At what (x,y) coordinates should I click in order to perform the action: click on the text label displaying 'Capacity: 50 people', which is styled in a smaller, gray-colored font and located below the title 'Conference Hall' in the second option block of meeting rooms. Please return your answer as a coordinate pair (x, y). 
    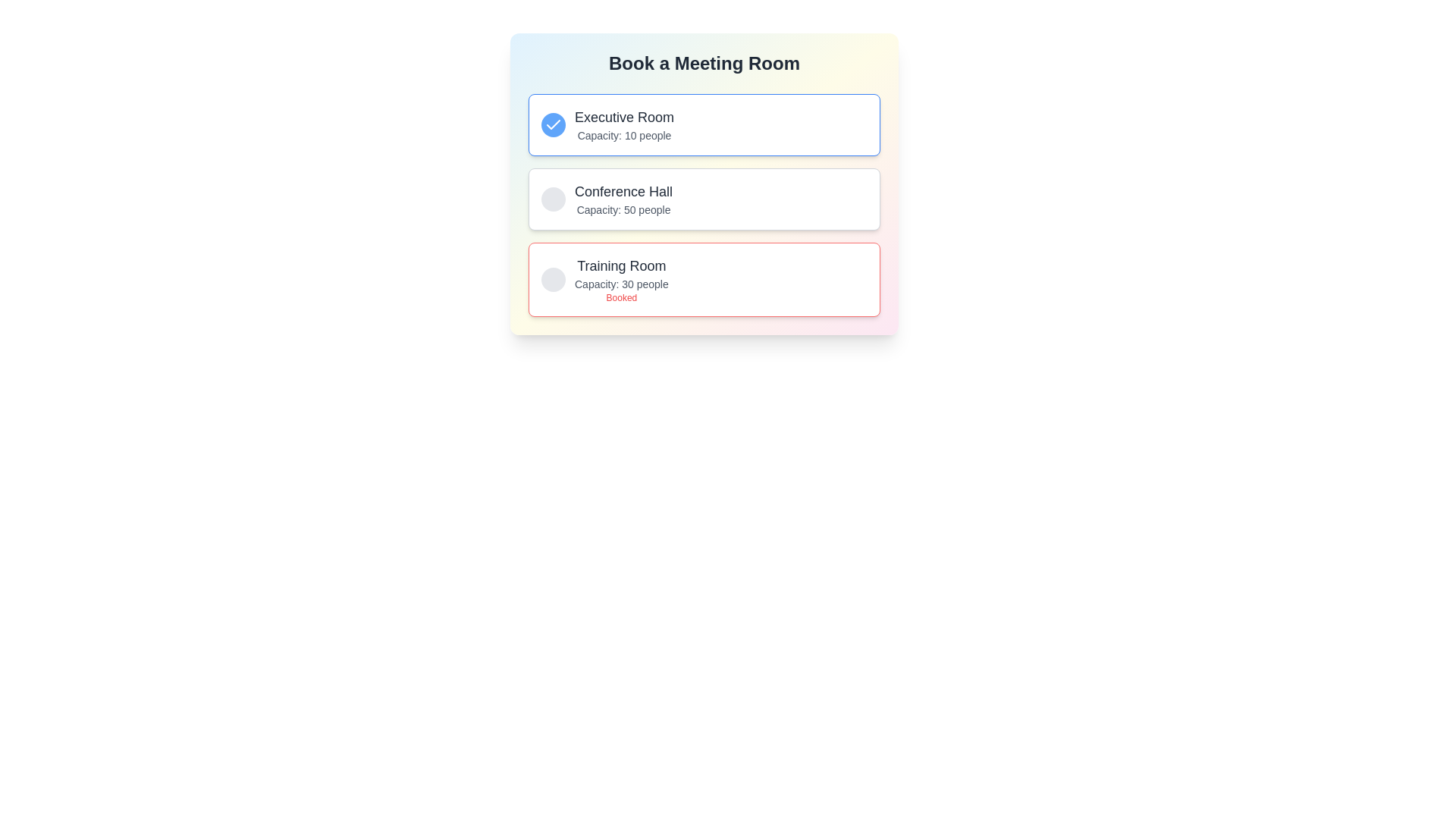
    Looking at the image, I should click on (623, 210).